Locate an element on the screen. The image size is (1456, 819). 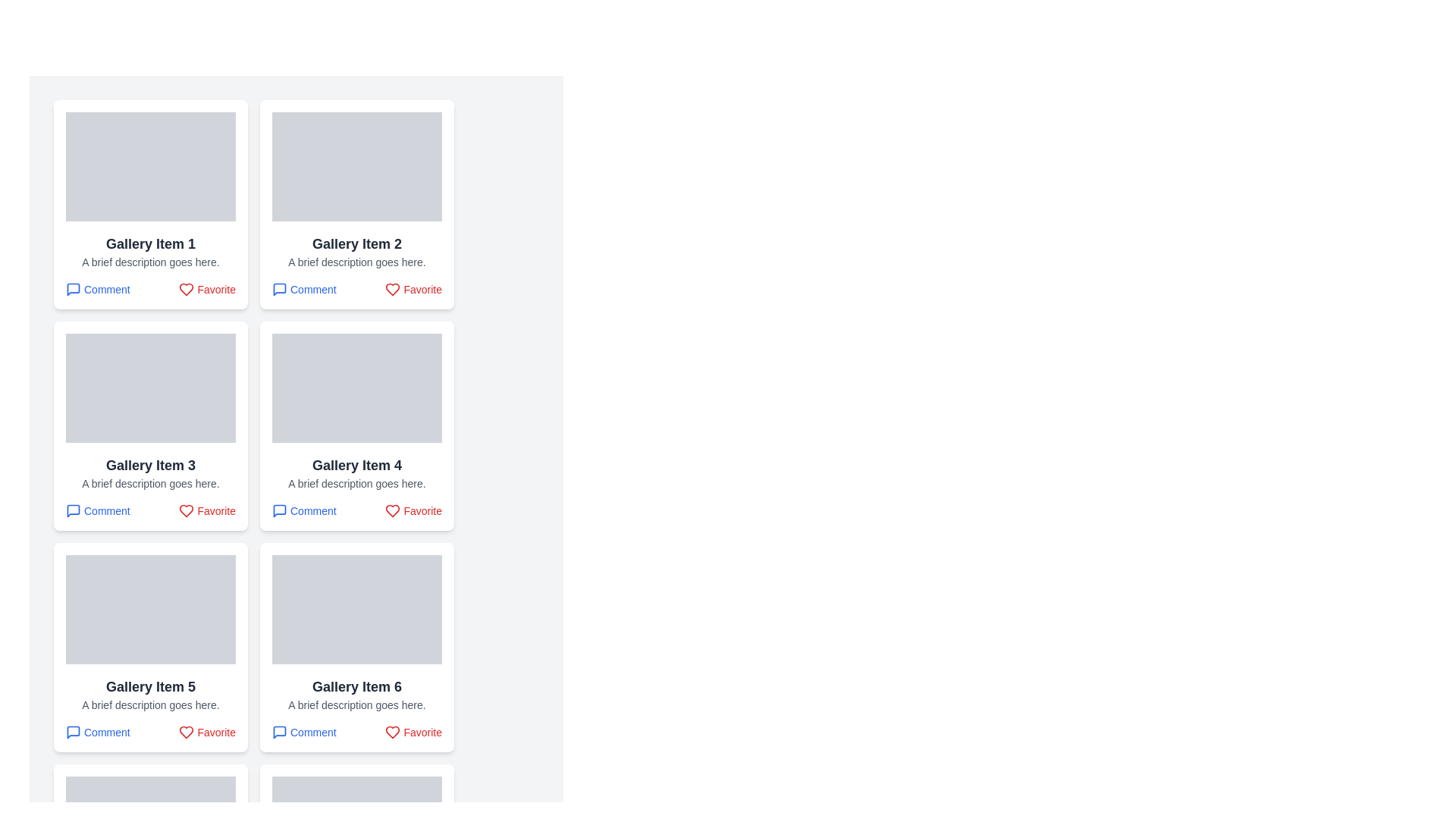
the 'Comment' icon located in the bottom section of 'Gallery Item 5' card to visually emphasize the comment functionality is located at coordinates (72, 731).